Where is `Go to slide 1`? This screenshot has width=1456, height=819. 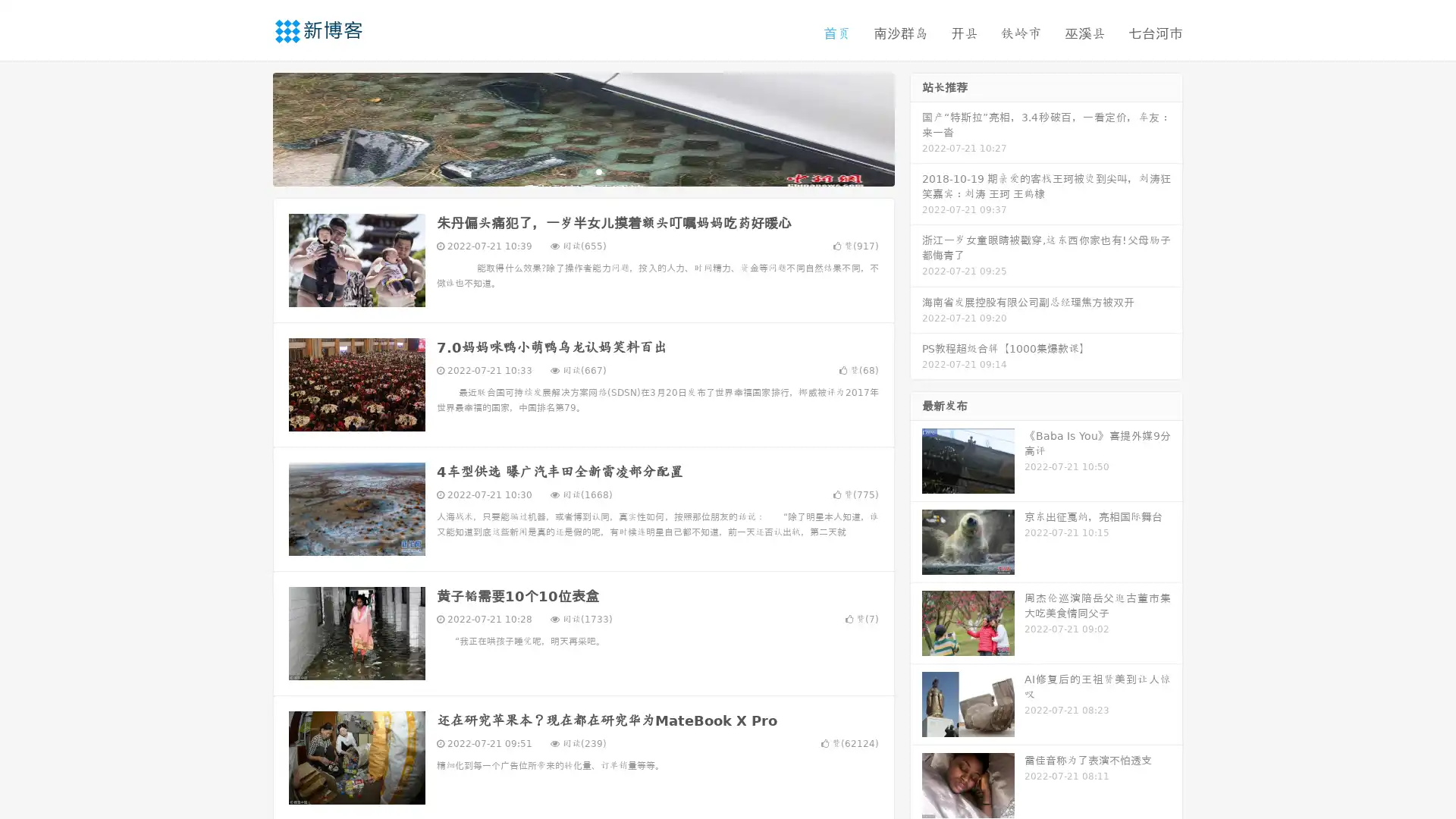 Go to slide 1 is located at coordinates (567, 171).